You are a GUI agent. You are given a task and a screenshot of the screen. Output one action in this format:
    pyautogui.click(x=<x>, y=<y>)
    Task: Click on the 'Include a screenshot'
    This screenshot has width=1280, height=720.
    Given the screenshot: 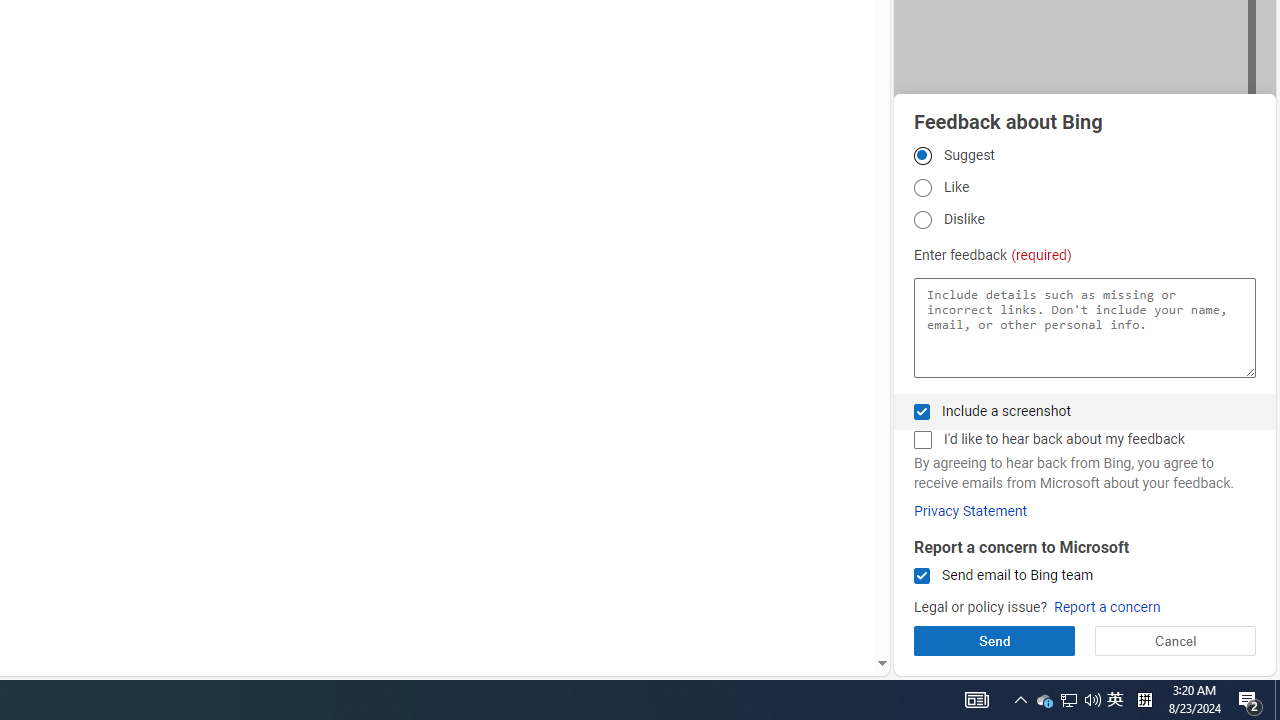 What is the action you would take?
    pyautogui.click(x=921, y=410)
    